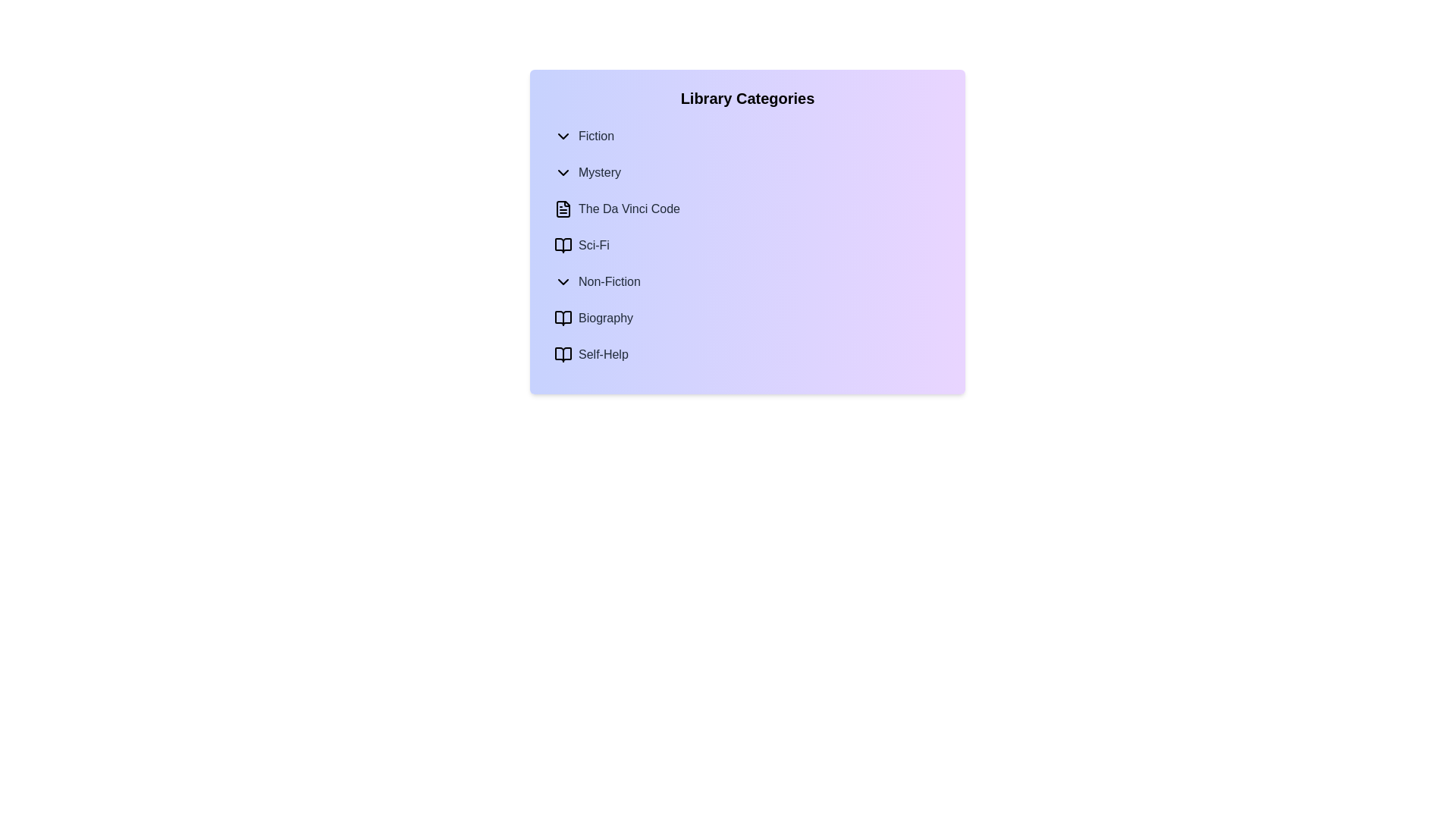 The height and width of the screenshot is (819, 1456). I want to click on the selectable list item for the genre 'Sci-Fi' located under 'The Da Vinci Code' entry, so click(747, 245).